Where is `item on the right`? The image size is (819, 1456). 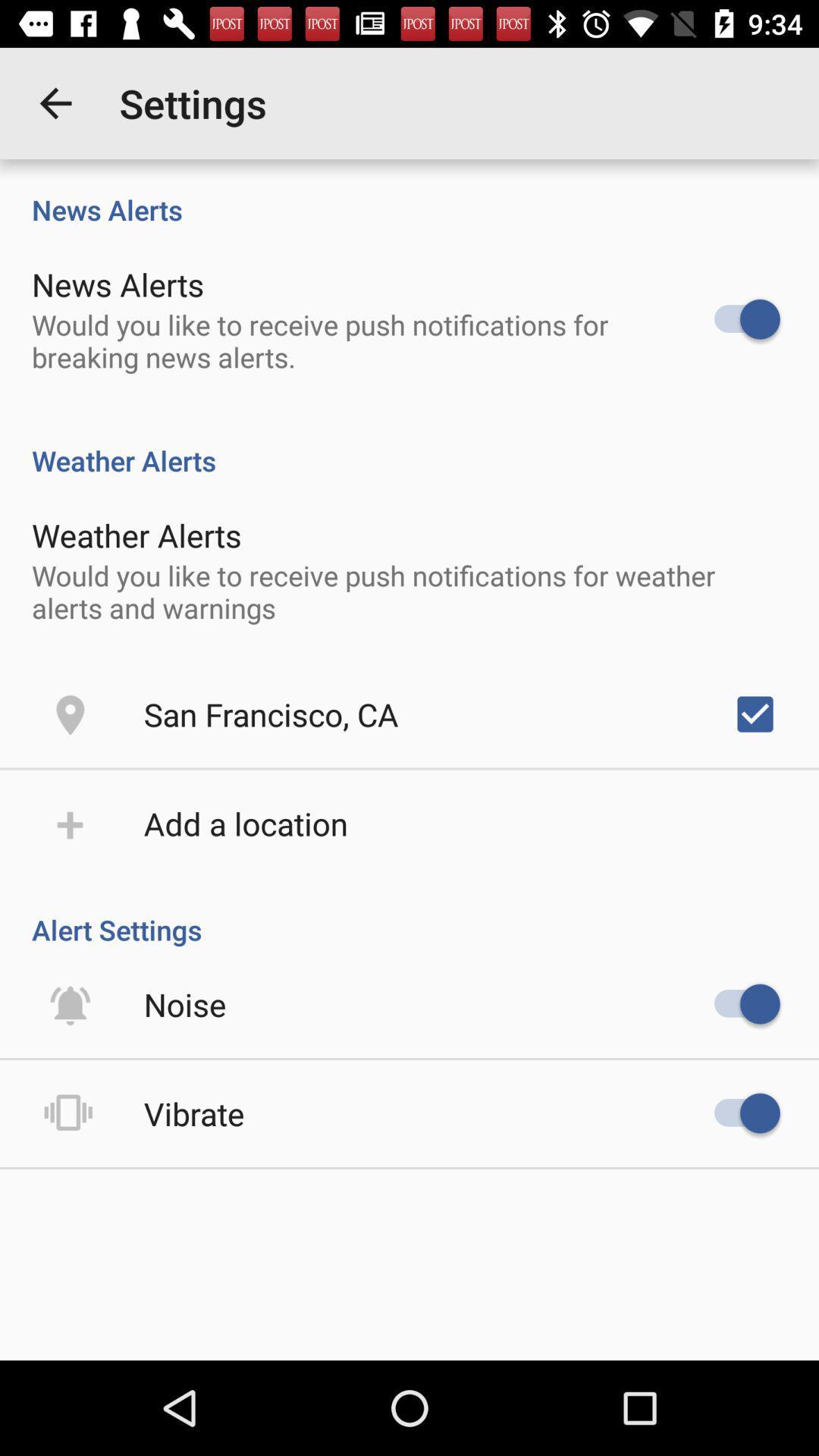
item on the right is located at coordinates (755, 713).